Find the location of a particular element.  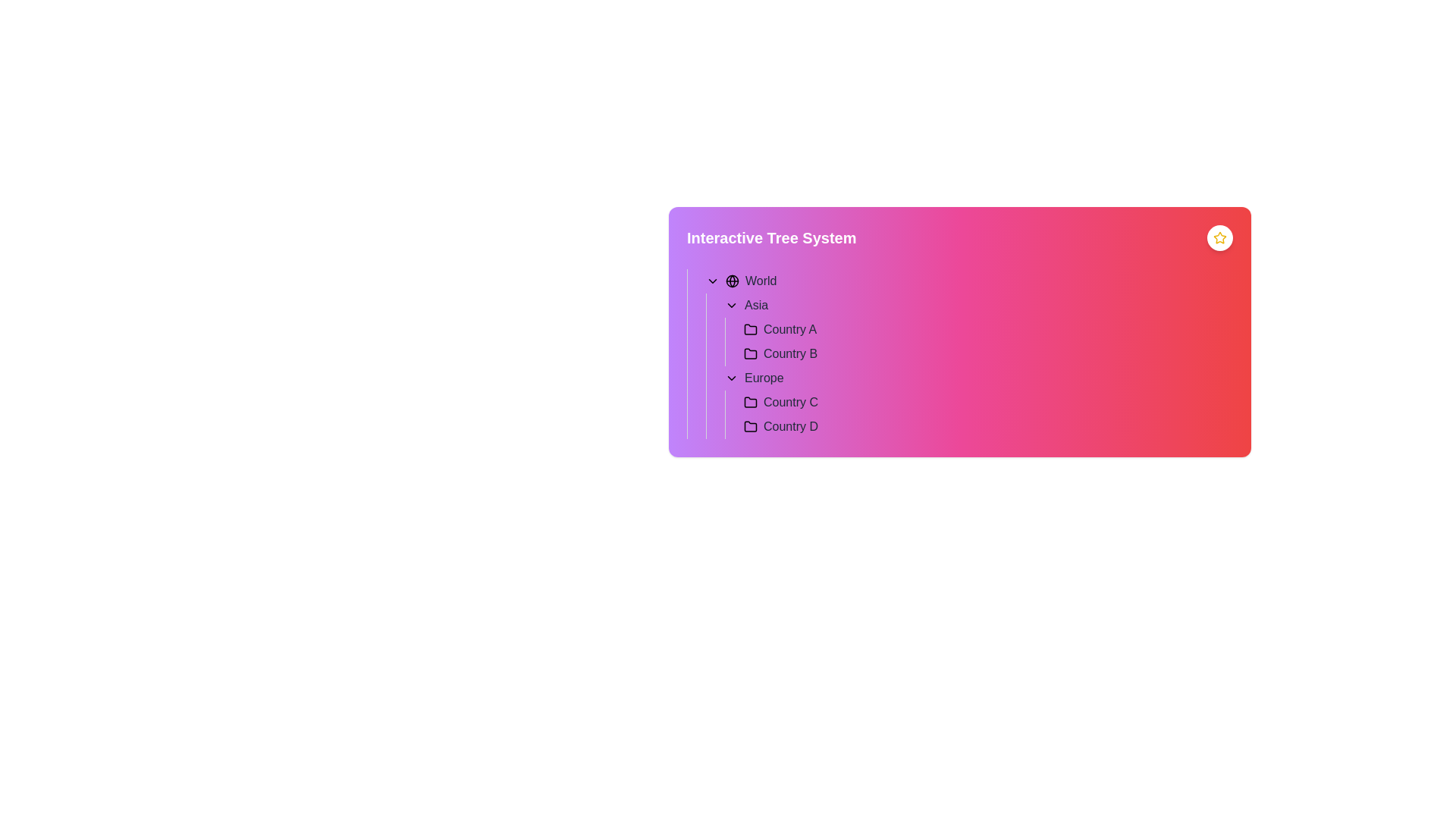

text displayed in the 'Country A' text label, which is styled with a medium-weight font and gray color, located within the 'Asia' group of the World hierarchy is located at coordinates (789, 329).